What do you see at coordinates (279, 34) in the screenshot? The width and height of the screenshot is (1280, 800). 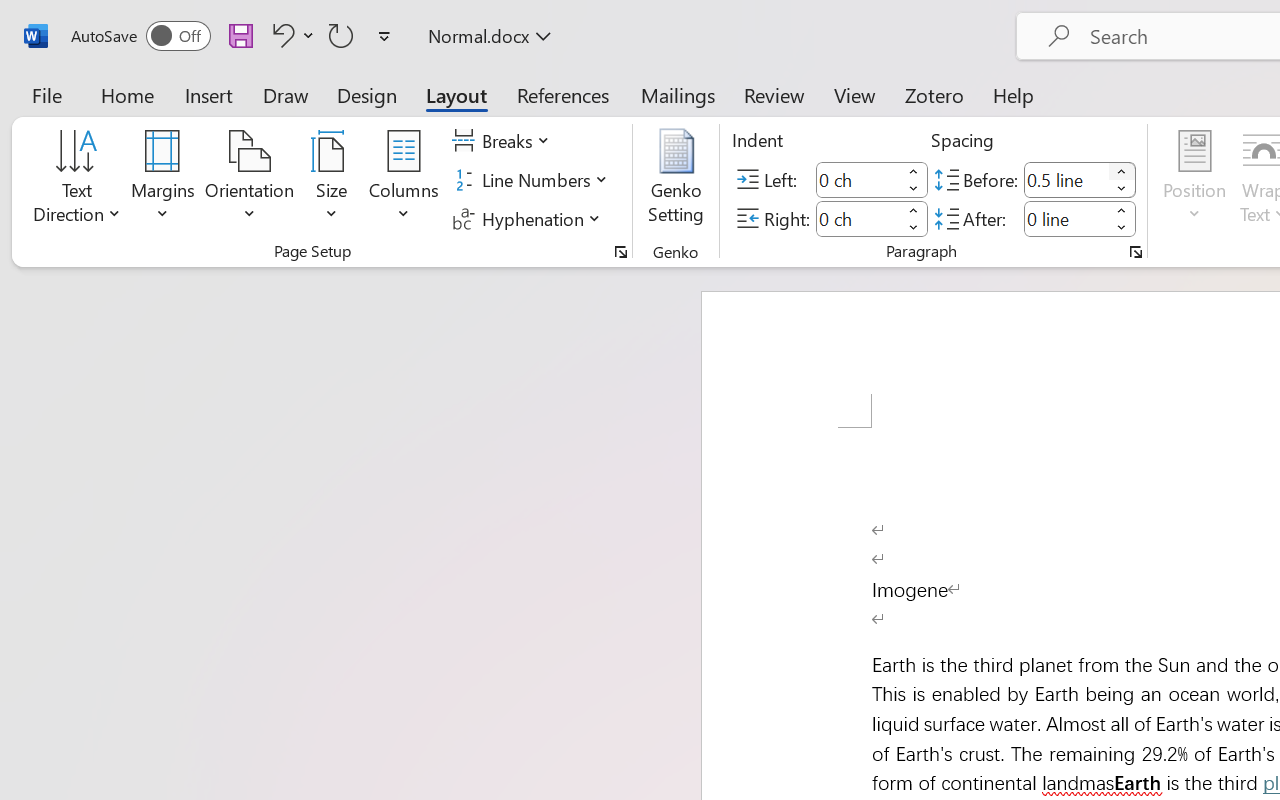 I see `'Undo Paragraph Formatting'` at bounding box center [279, 34].